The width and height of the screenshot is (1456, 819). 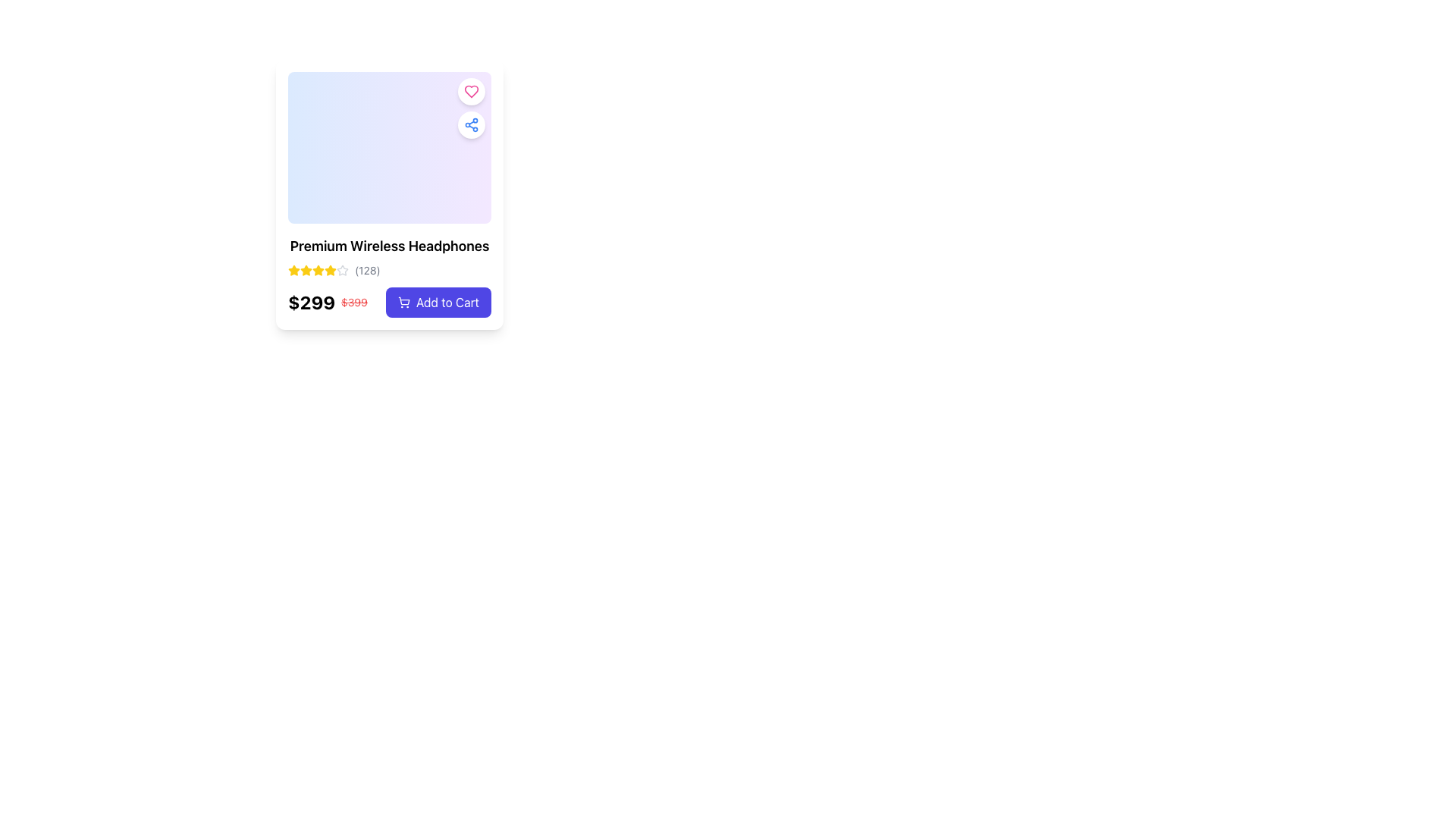 What do you see at coordinates (403, 301) in the screenshot?
I see `the 'Add to Cart' icon located at the lower-right portion of the product card` at bounding box center [403, 301].